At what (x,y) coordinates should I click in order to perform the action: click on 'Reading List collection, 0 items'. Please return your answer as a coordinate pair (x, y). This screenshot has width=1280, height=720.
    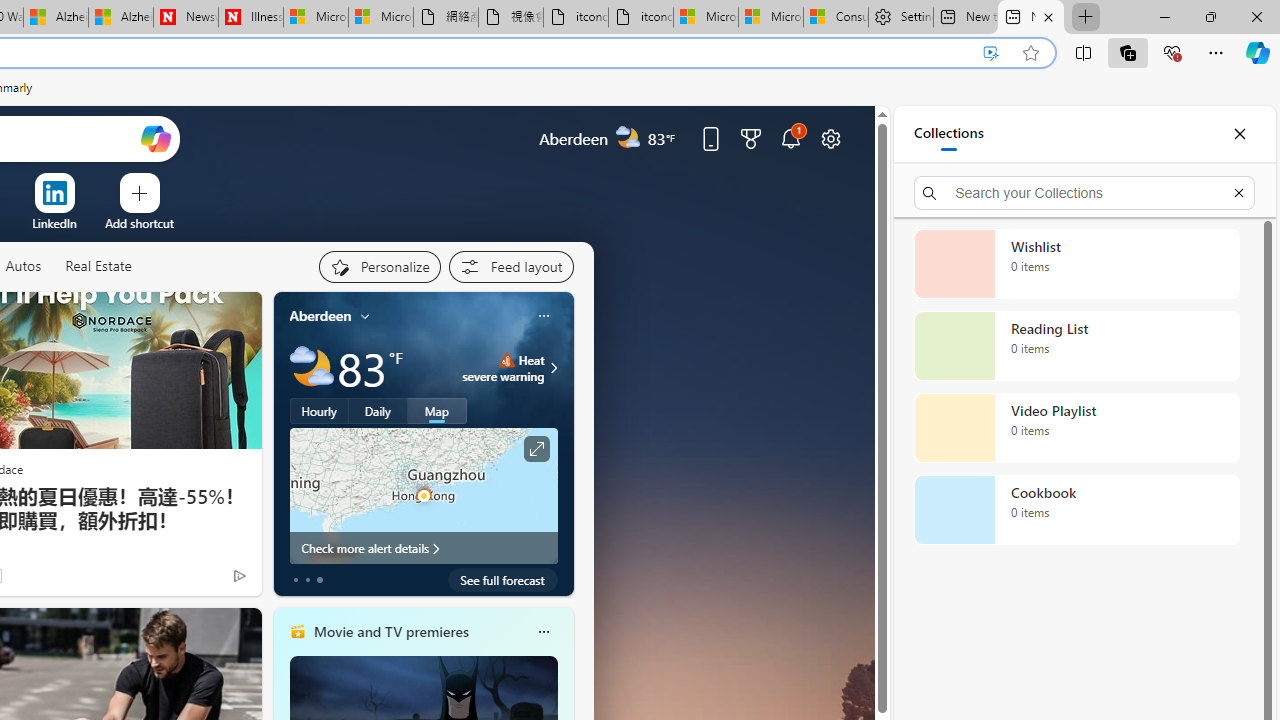
    Looking at the image, I should click on (1076, 344).